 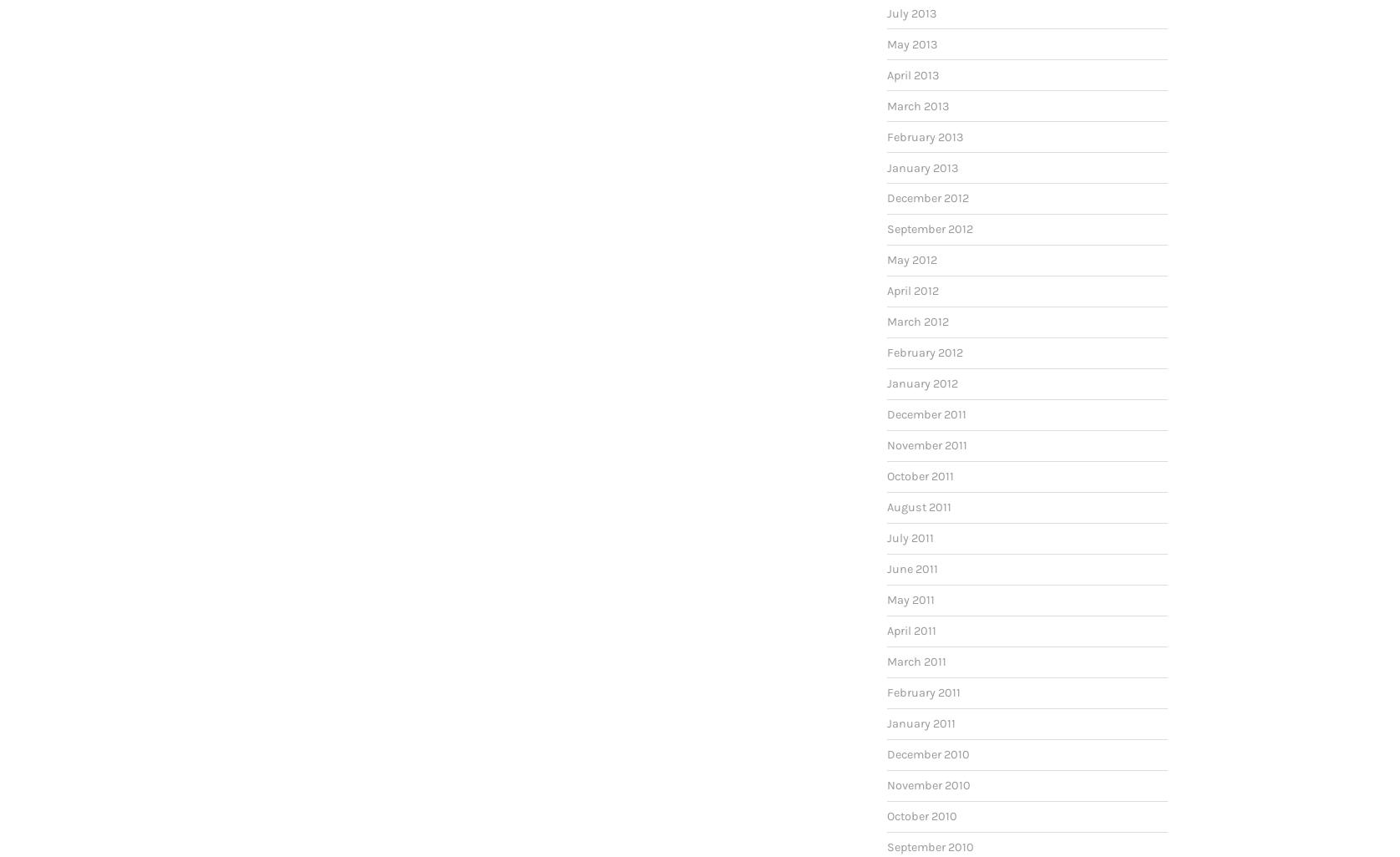 What do you see at coordinates (919, 475) in the screenshot?
I see `'October 2011'` at bounding box center [919, 475].